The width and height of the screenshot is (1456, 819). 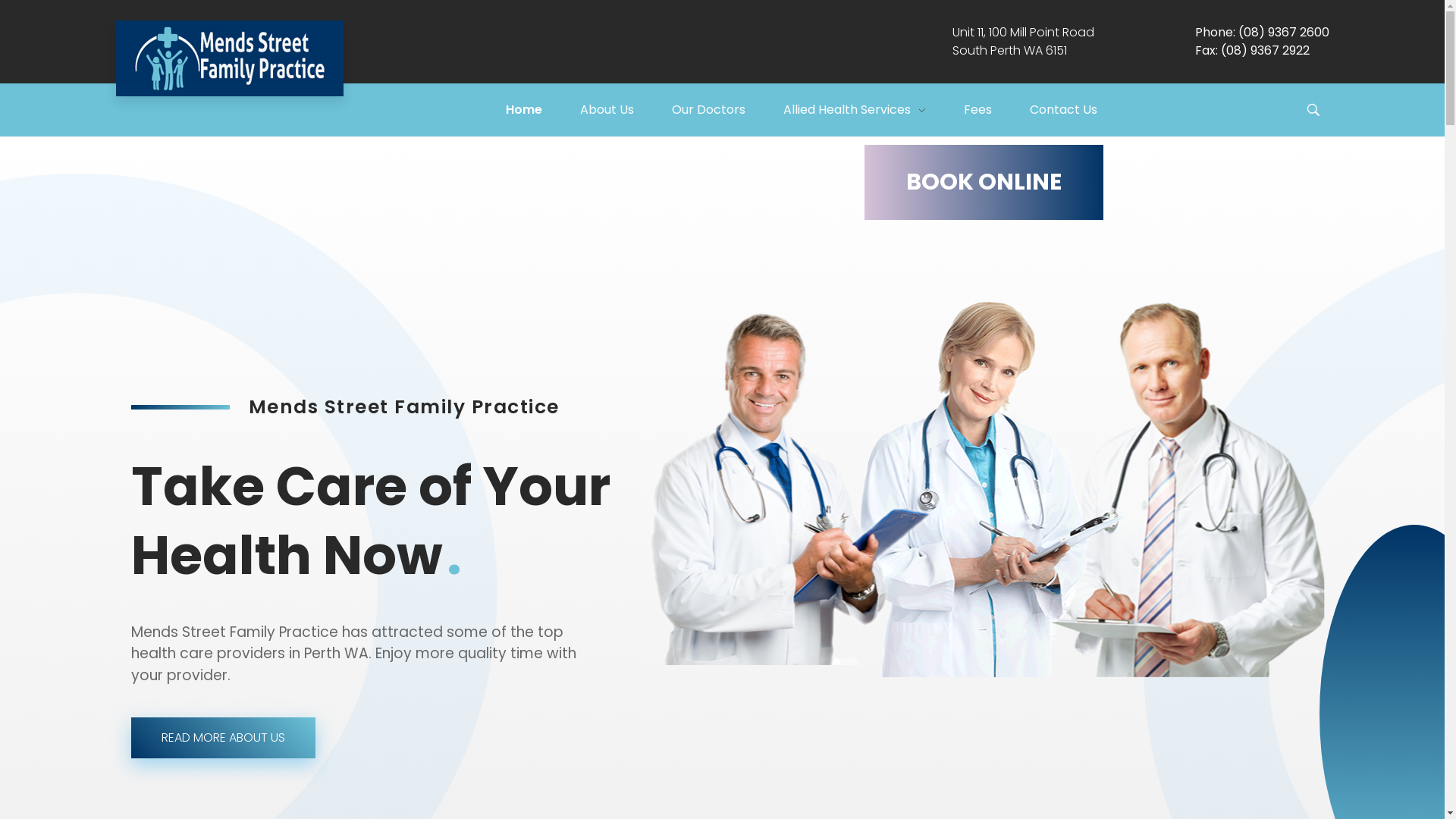 I want to click on 'BOOK ONLINE', so click(x=983, y=181).